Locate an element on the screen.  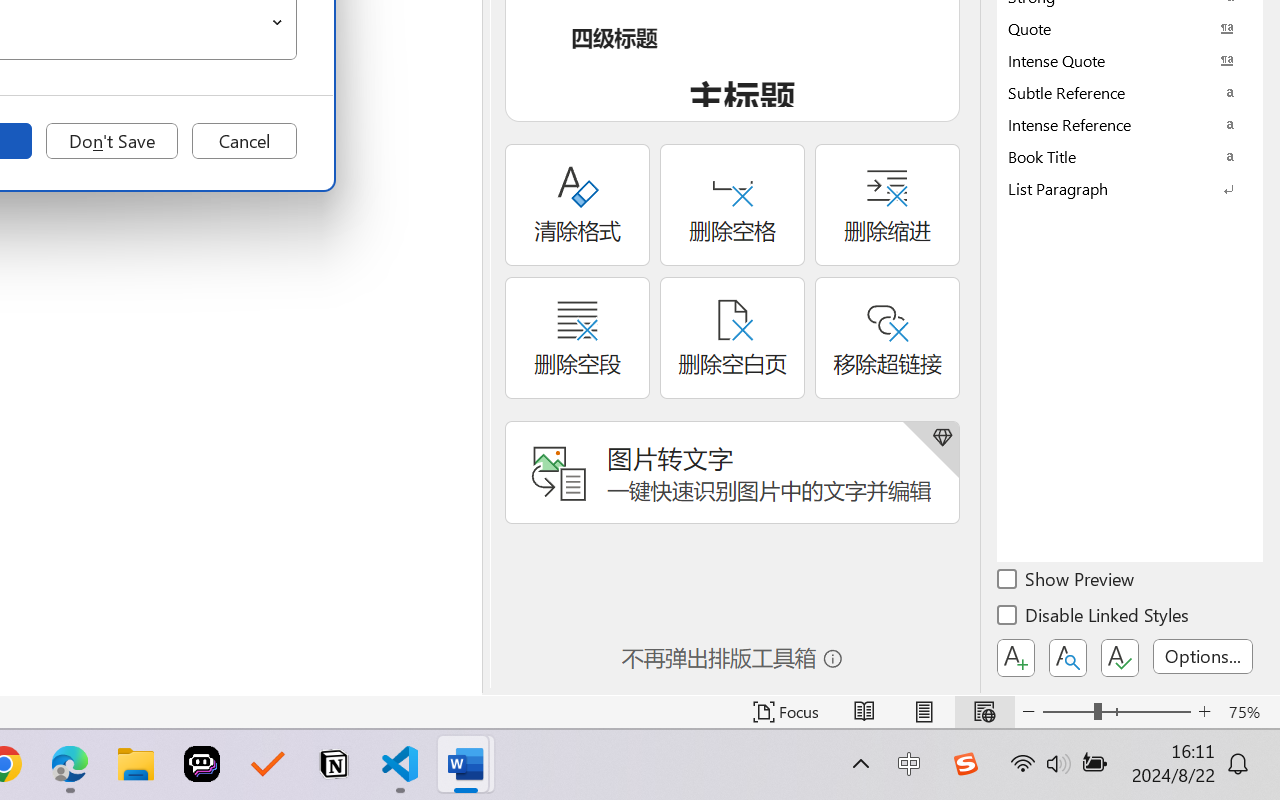
'Quote' is located at coordinates (1130, 28).